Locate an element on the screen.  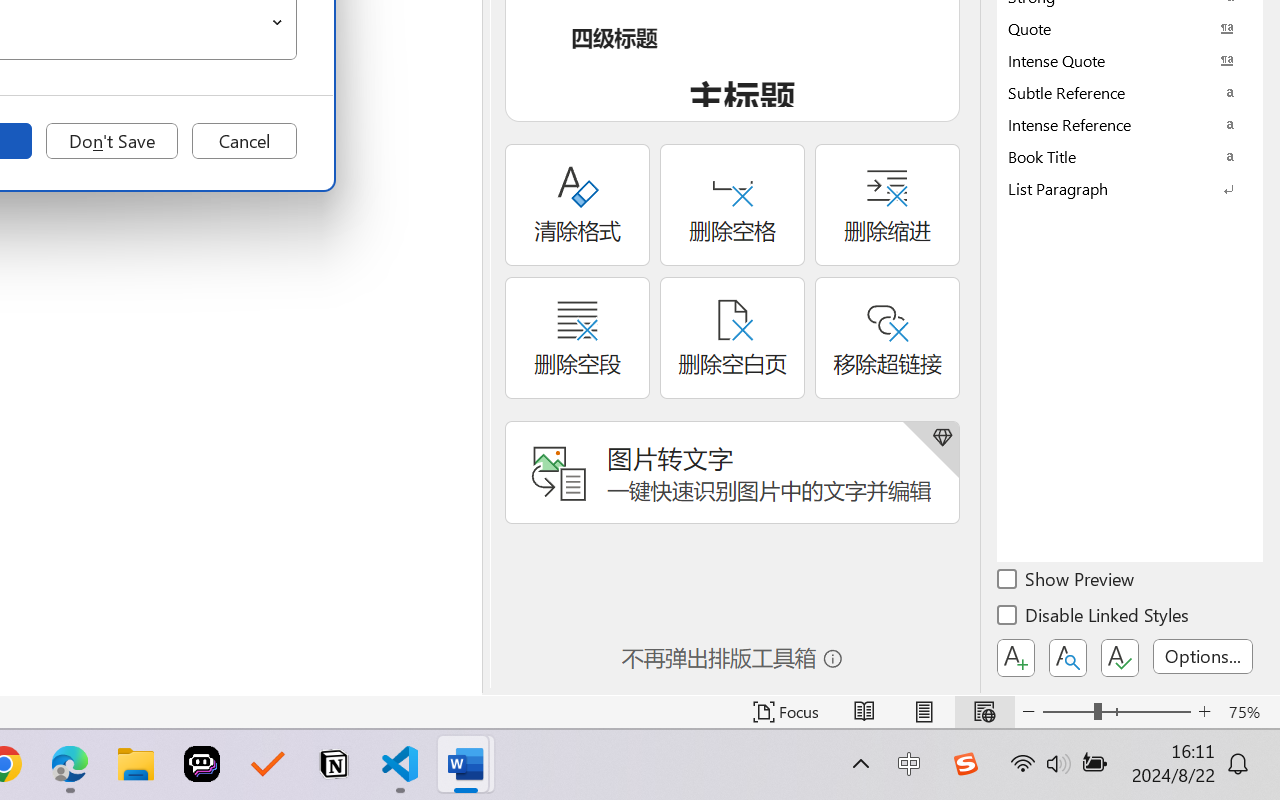
'Quote' is located at coordinates (1130, 28).